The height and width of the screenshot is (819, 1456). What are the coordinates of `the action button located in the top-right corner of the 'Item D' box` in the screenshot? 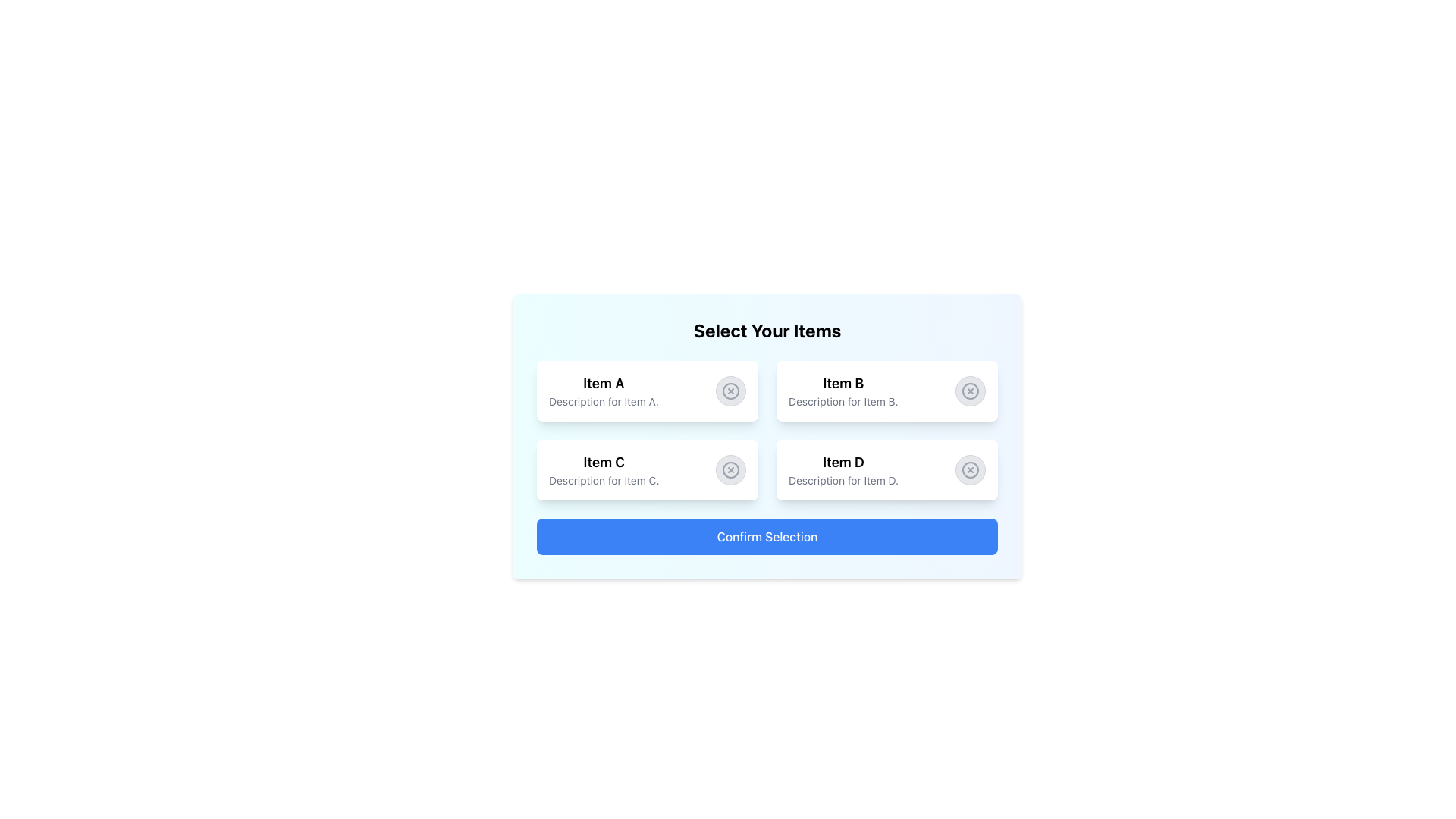 It's located at (971, 469).